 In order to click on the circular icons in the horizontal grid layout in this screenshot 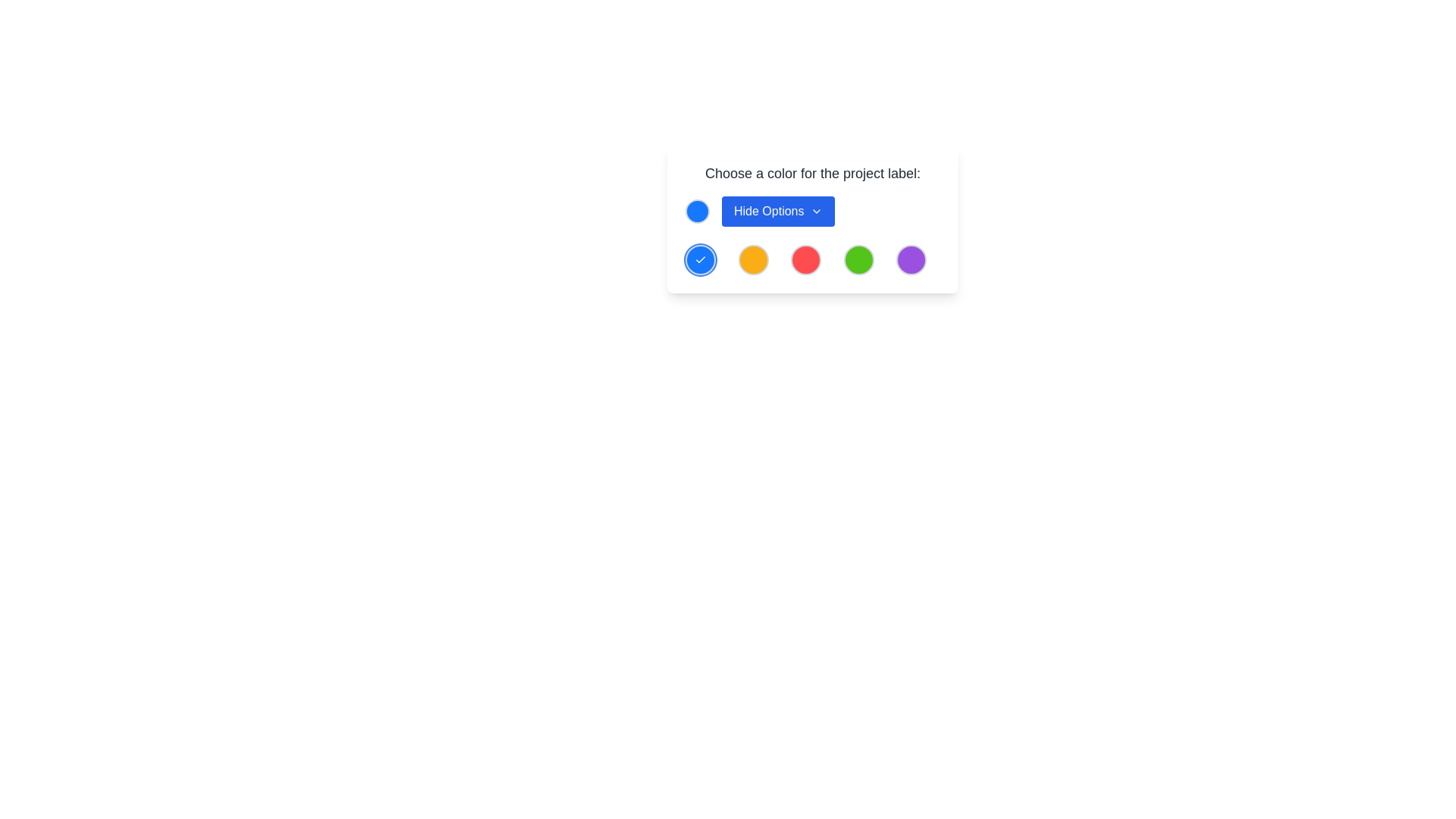, I will do `click(811, 259)`.